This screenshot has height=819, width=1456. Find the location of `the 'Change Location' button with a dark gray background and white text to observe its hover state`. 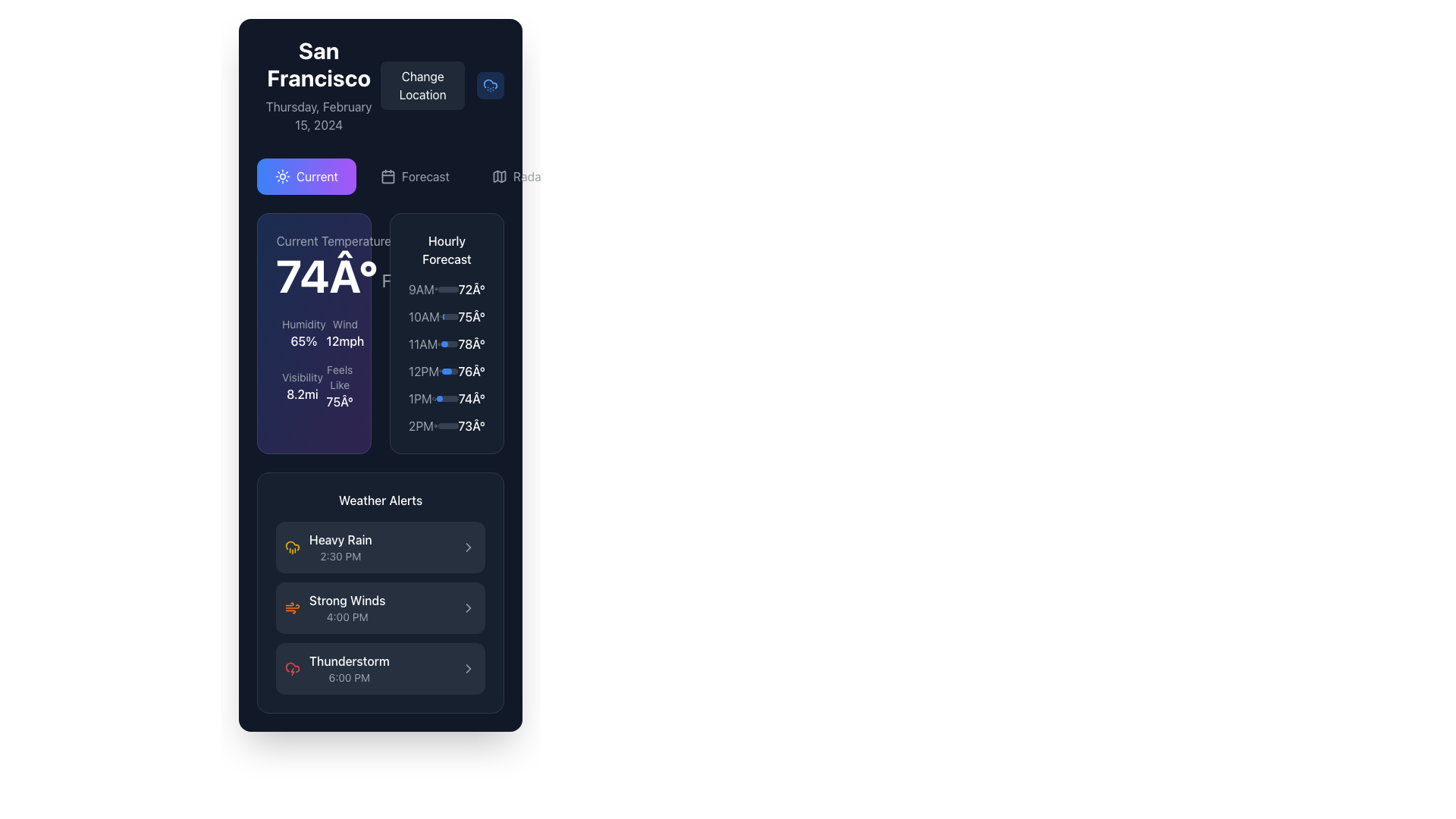

the 'Change Location' button with a dark gray background and white text to observe its hover state is located at coordinates (422, 85).